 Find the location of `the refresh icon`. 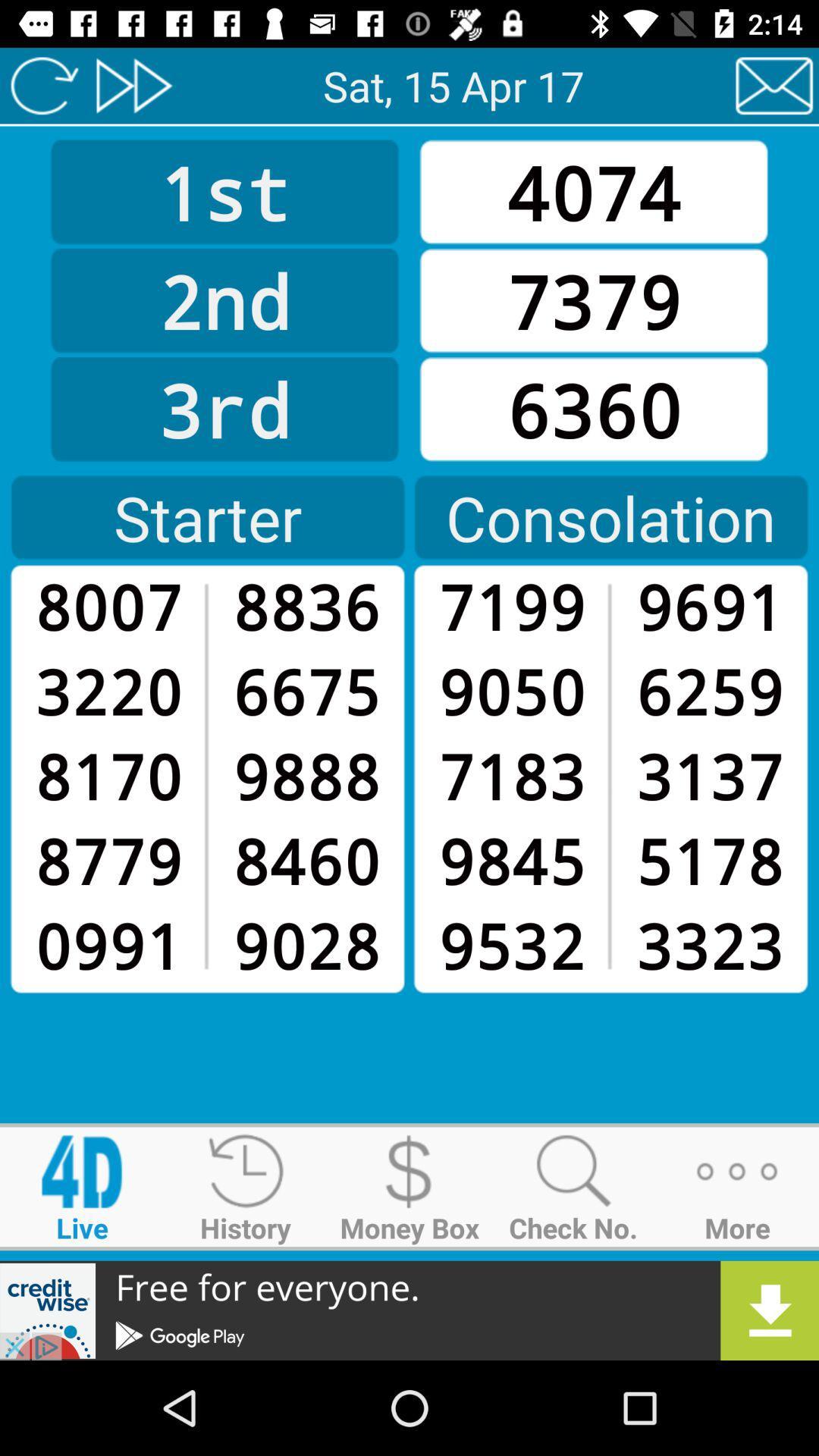

the refresh icon is located at coordinates (43, 85).